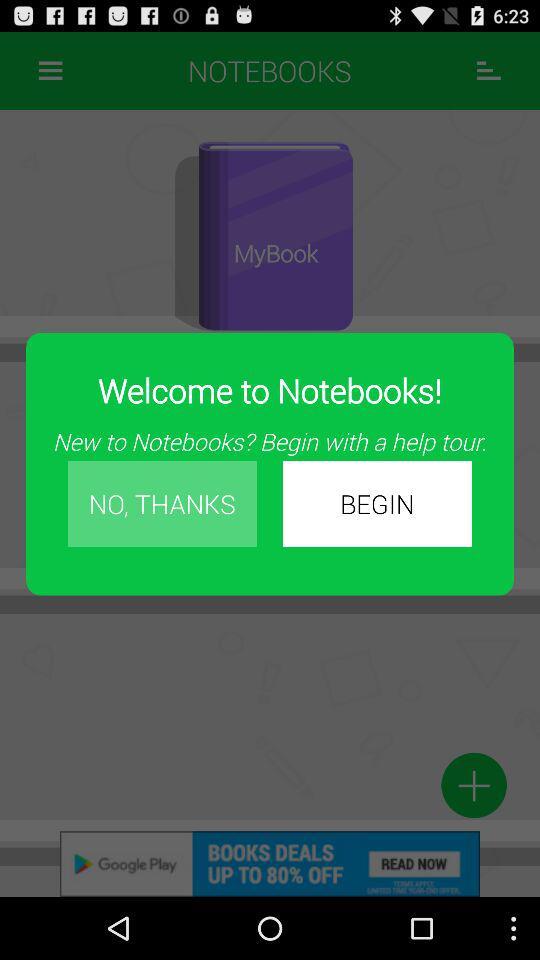 The width and height of the screenshot is (540, 960). Describe the element at coordinates (50, 75) in the screenshot. I see `the menu icon` at that location.